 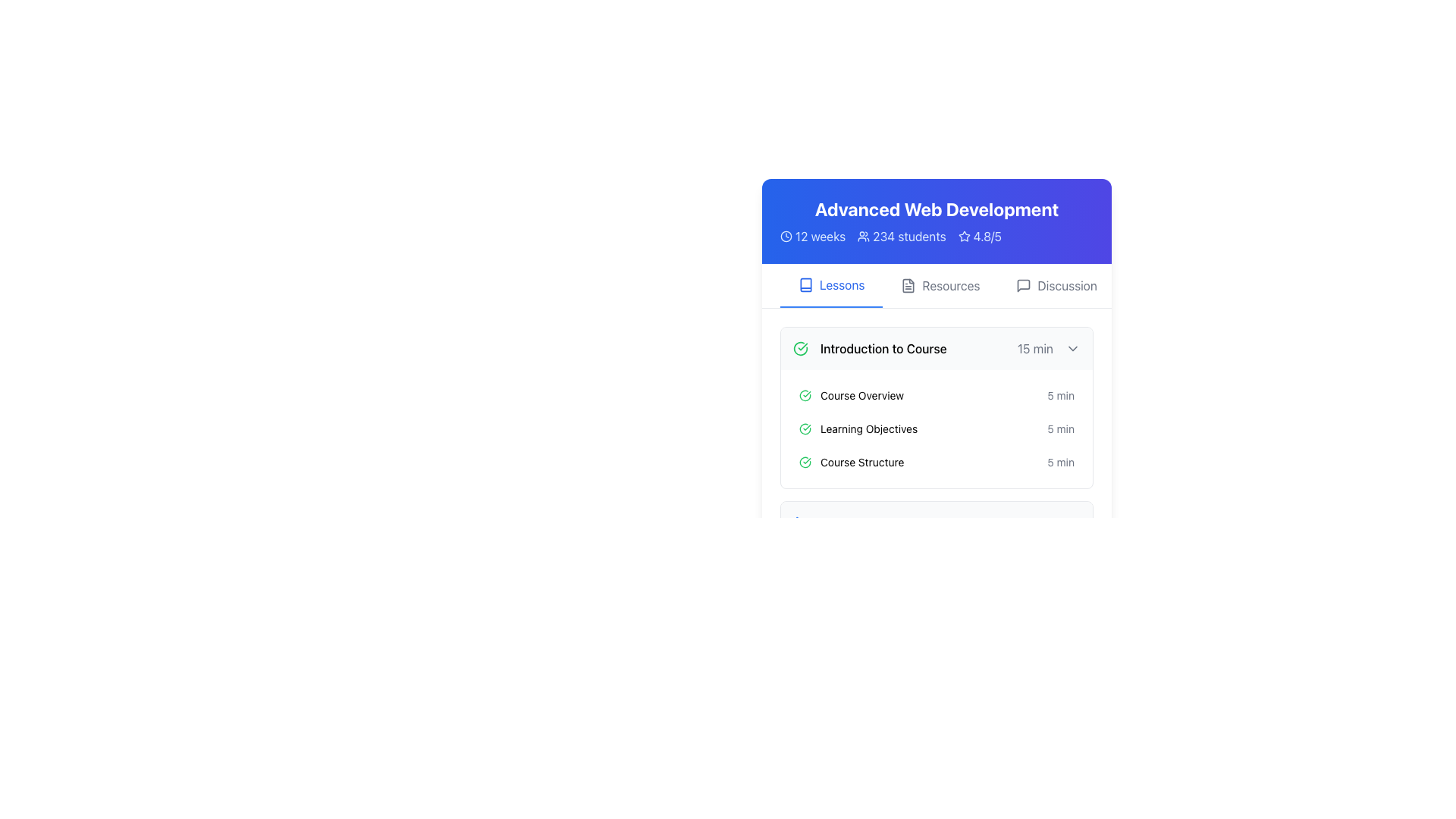 What do you see at coordinates (862, 394) in the screenshot?
I see `text content of the Text Label located in the 'Advanced Web Development' course interface under the 'Introduction to Course' header, positioned on the left-hand side next to a green checkmark icon` at bounding box center [862, 394].